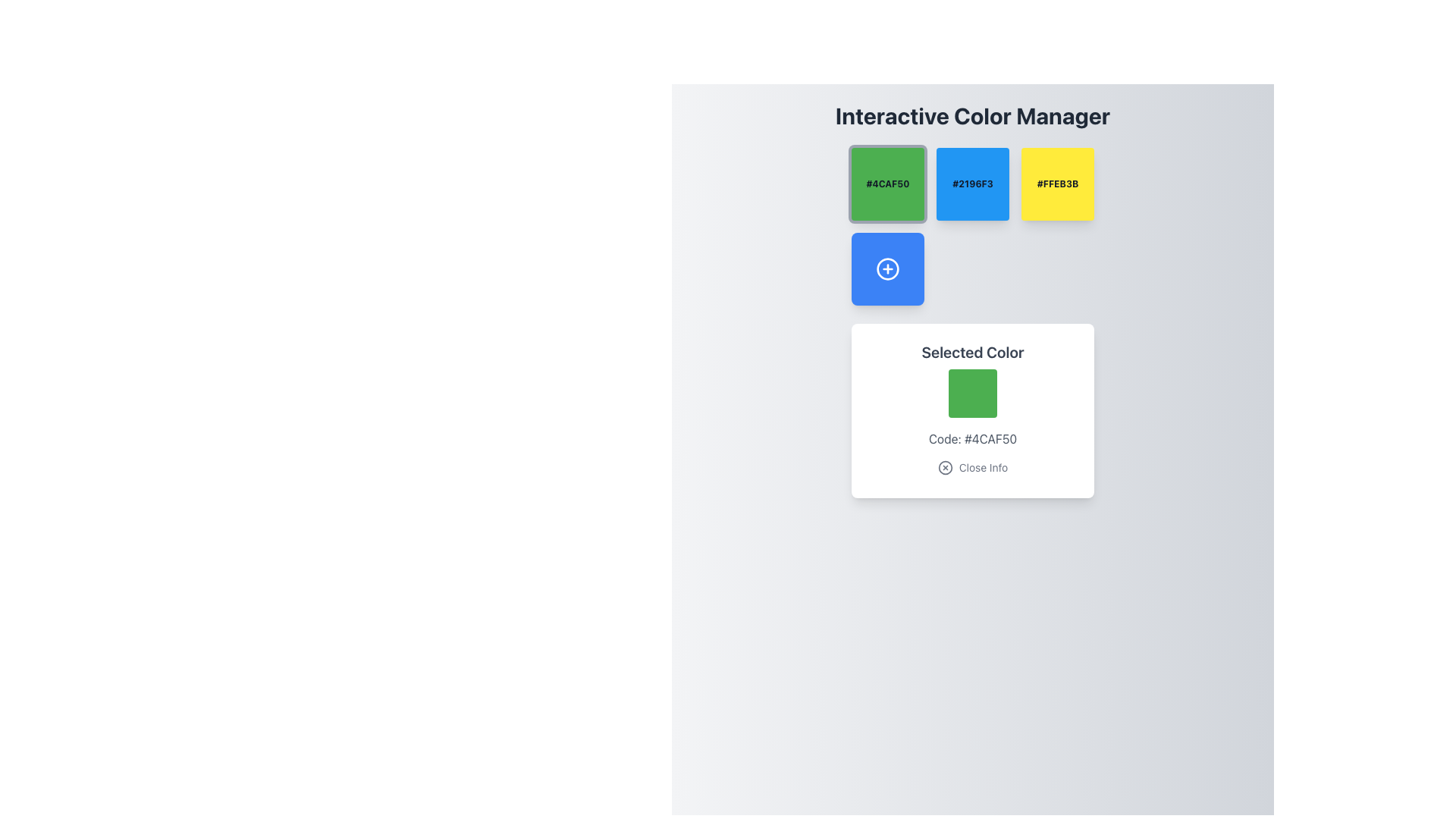  Describe the element at coordinates (888, 268) in the screenshot. I see `the interactive button located` at that location.